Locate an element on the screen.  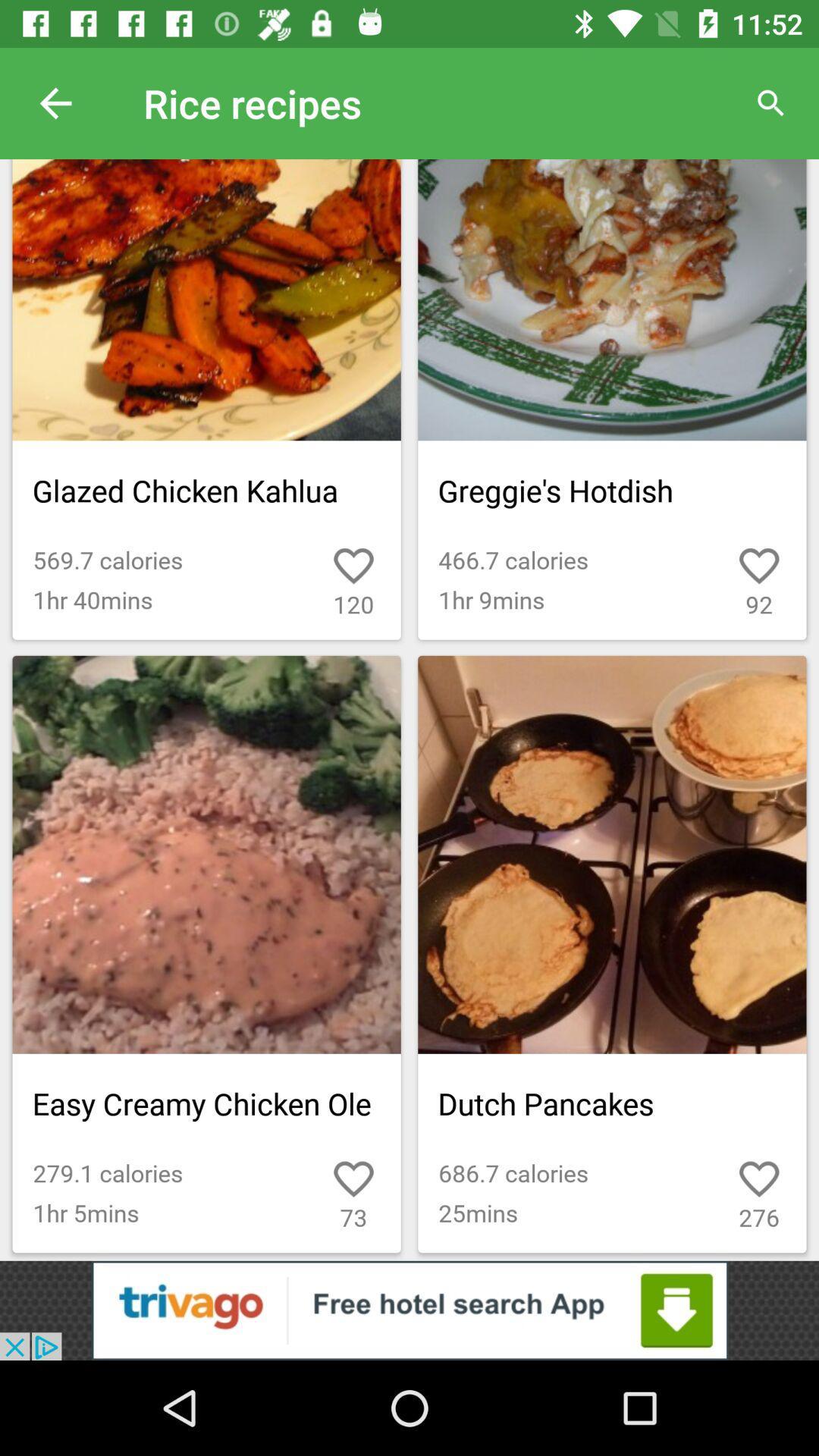
the text which is above the 6867 calories is located at coordinates (611, 1103).